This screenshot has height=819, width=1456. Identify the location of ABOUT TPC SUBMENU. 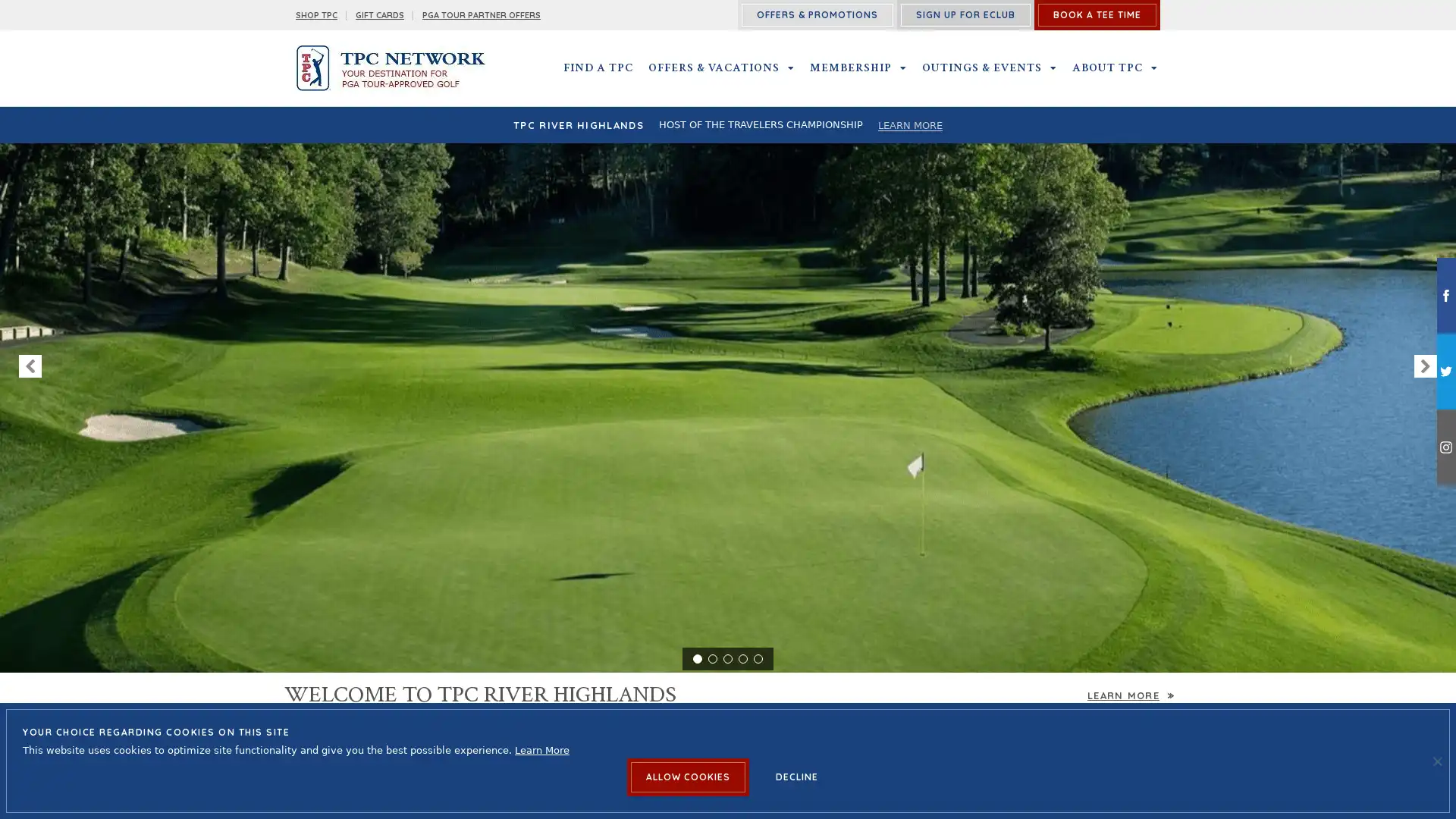
(1153, 67).